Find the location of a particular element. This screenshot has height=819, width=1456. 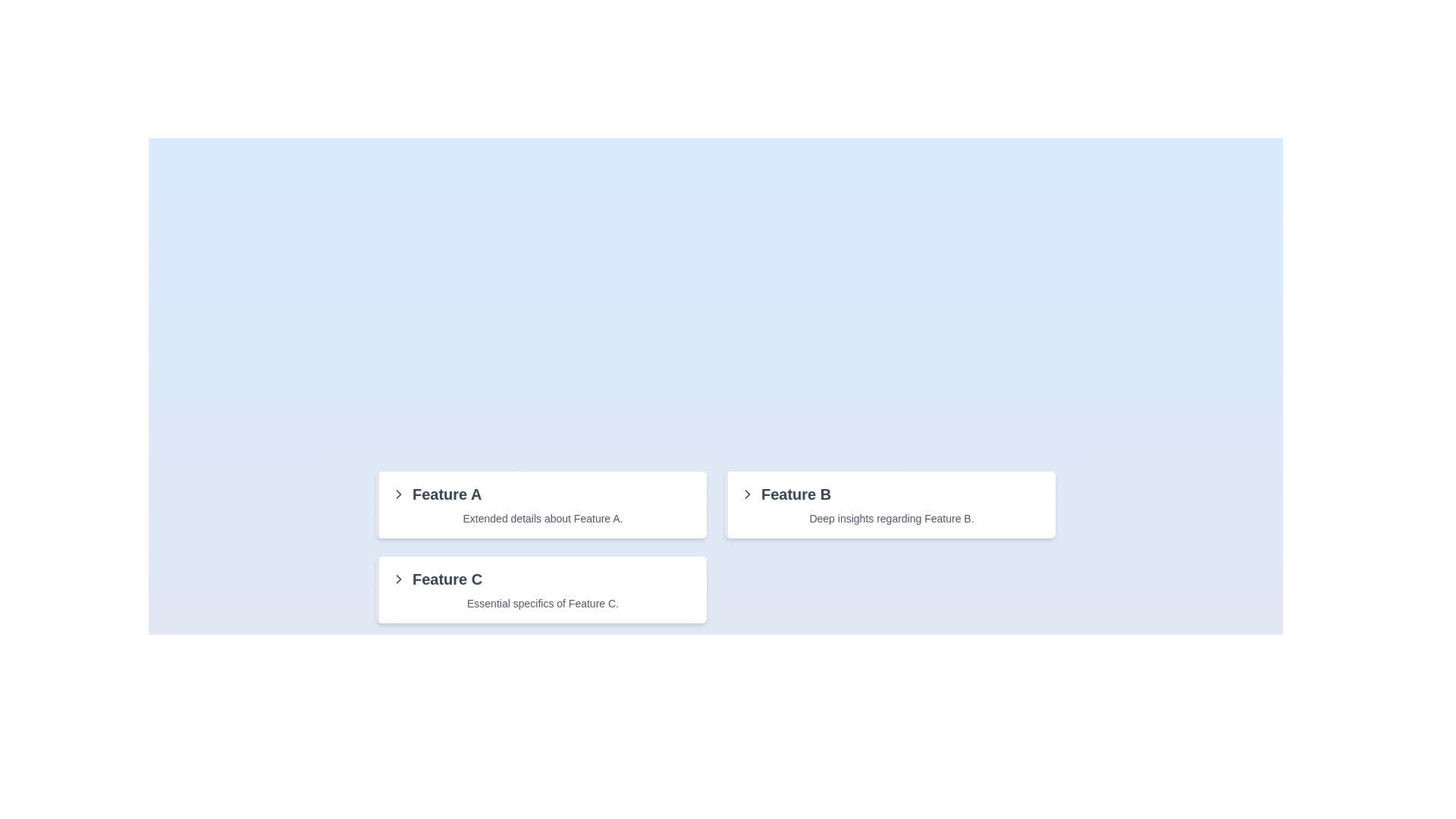

the right-facing chevron icon located to the left of the 'Feature A' text label using keyboard navigation for accessibility is located at coordinates (399, 494).